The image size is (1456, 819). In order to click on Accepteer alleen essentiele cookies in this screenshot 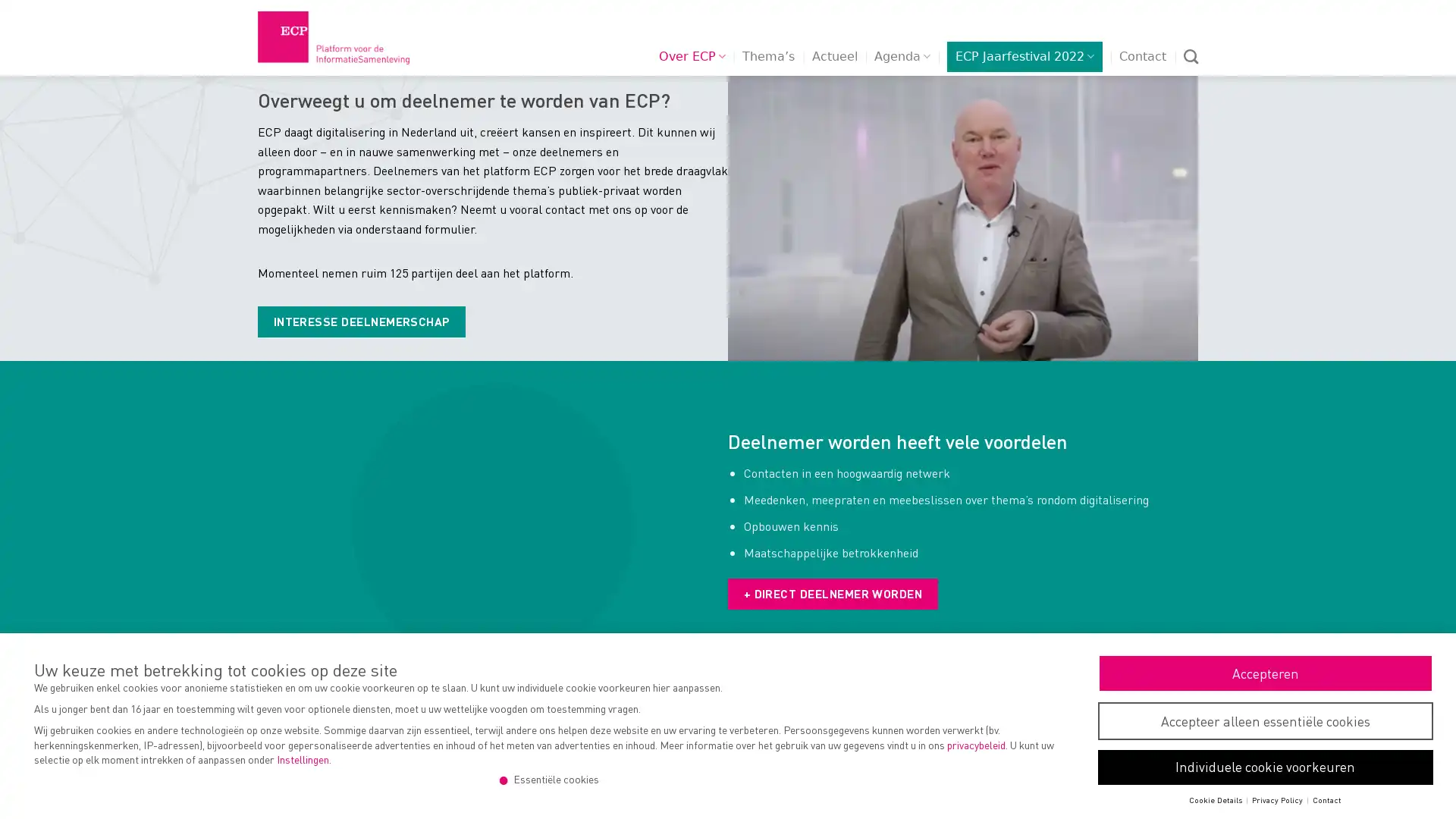, I will do `click(1265, 720)`.